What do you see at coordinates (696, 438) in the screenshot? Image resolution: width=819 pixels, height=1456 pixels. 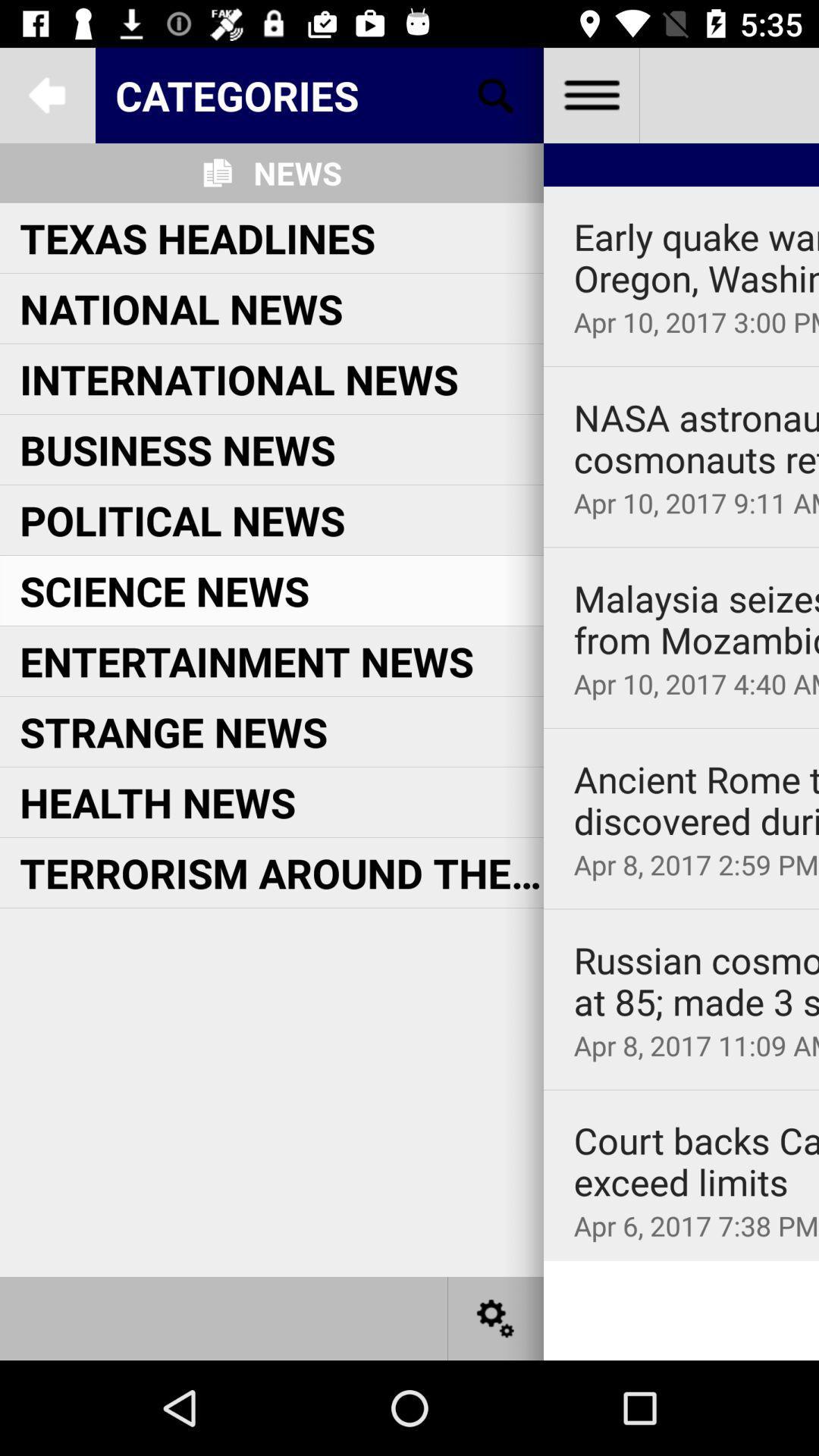 I see `item to the right of international news` at bounding box center [696, 438].